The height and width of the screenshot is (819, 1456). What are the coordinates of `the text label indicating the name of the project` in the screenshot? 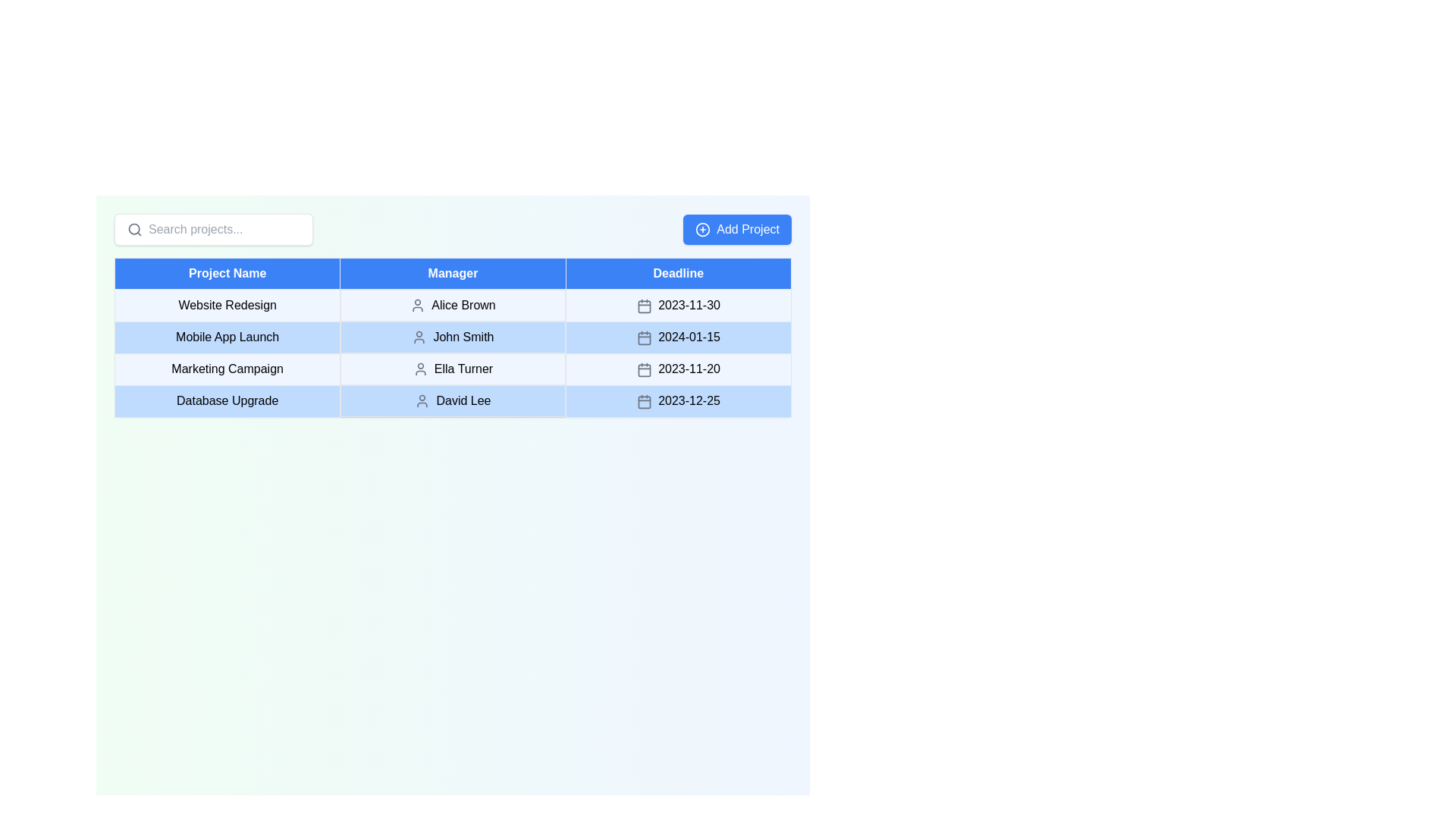 It's located at (227, 400).